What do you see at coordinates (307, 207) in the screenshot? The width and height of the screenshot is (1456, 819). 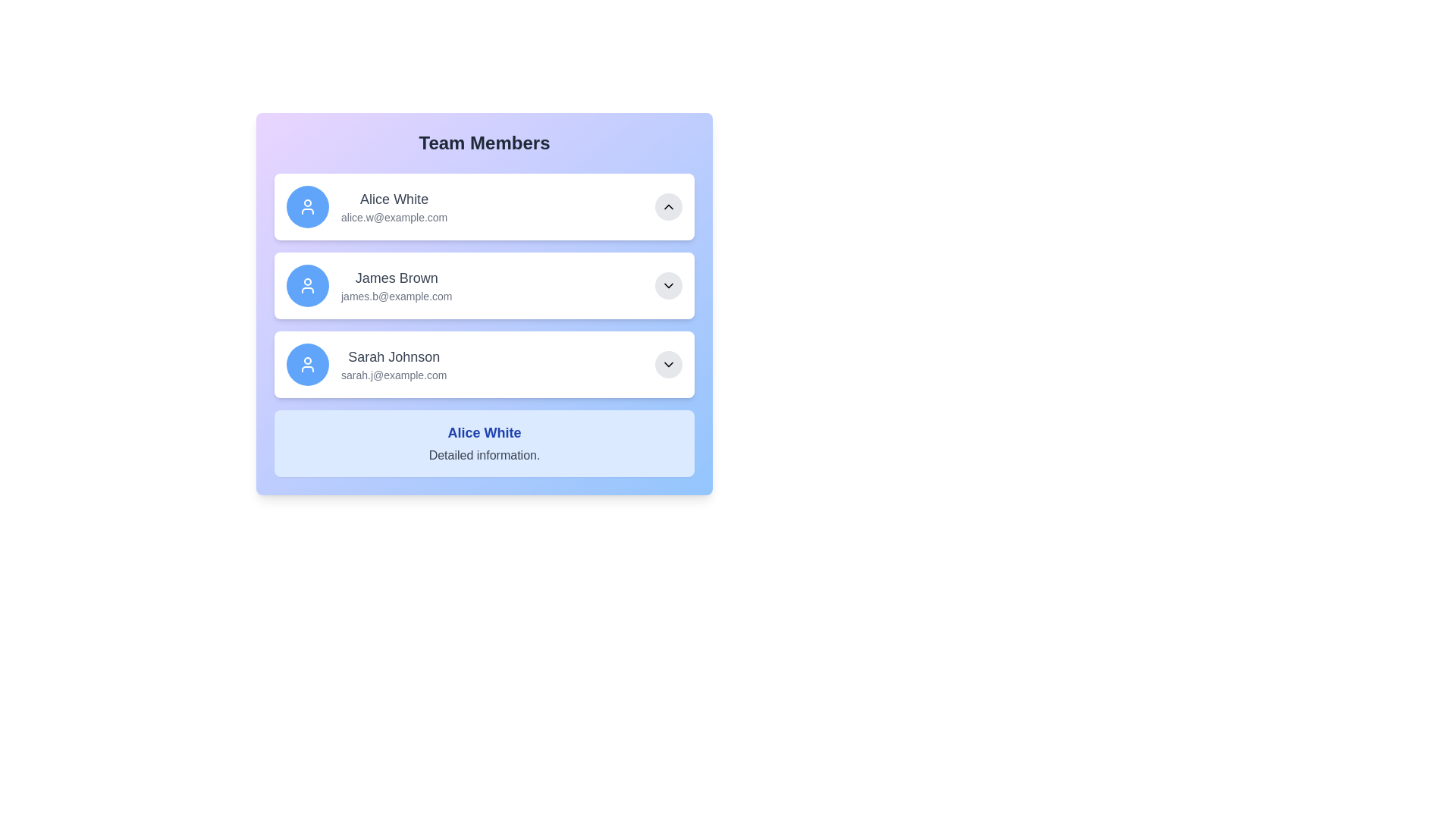 I see `the user icon resembling a person, which is located directly to the left of the text 'Alice White' and their email address` at bounding box center [307, 207].